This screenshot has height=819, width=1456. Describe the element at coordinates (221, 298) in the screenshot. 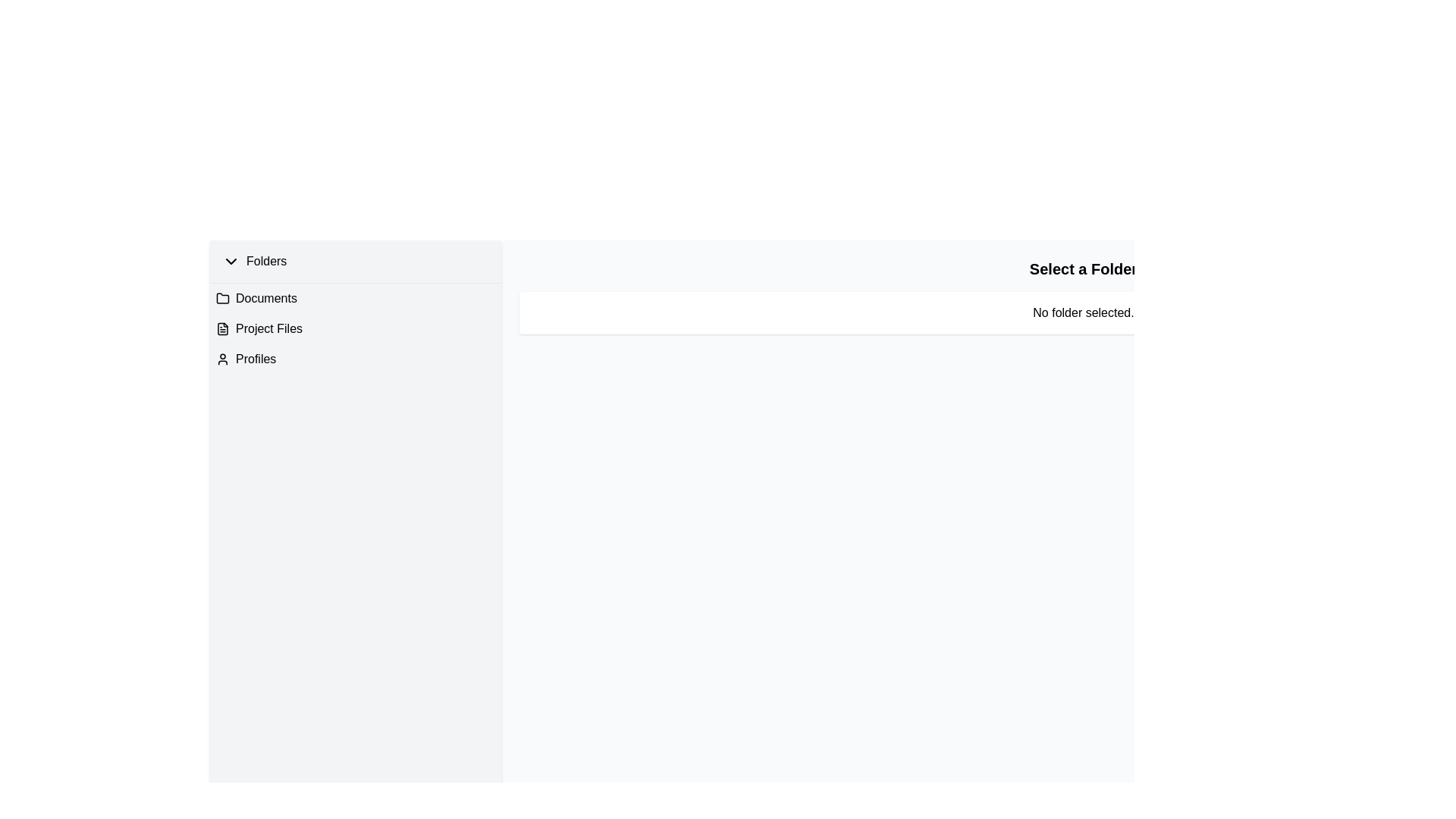

I see `the top section of the folder icon next to the 'Documents' label` at that location.